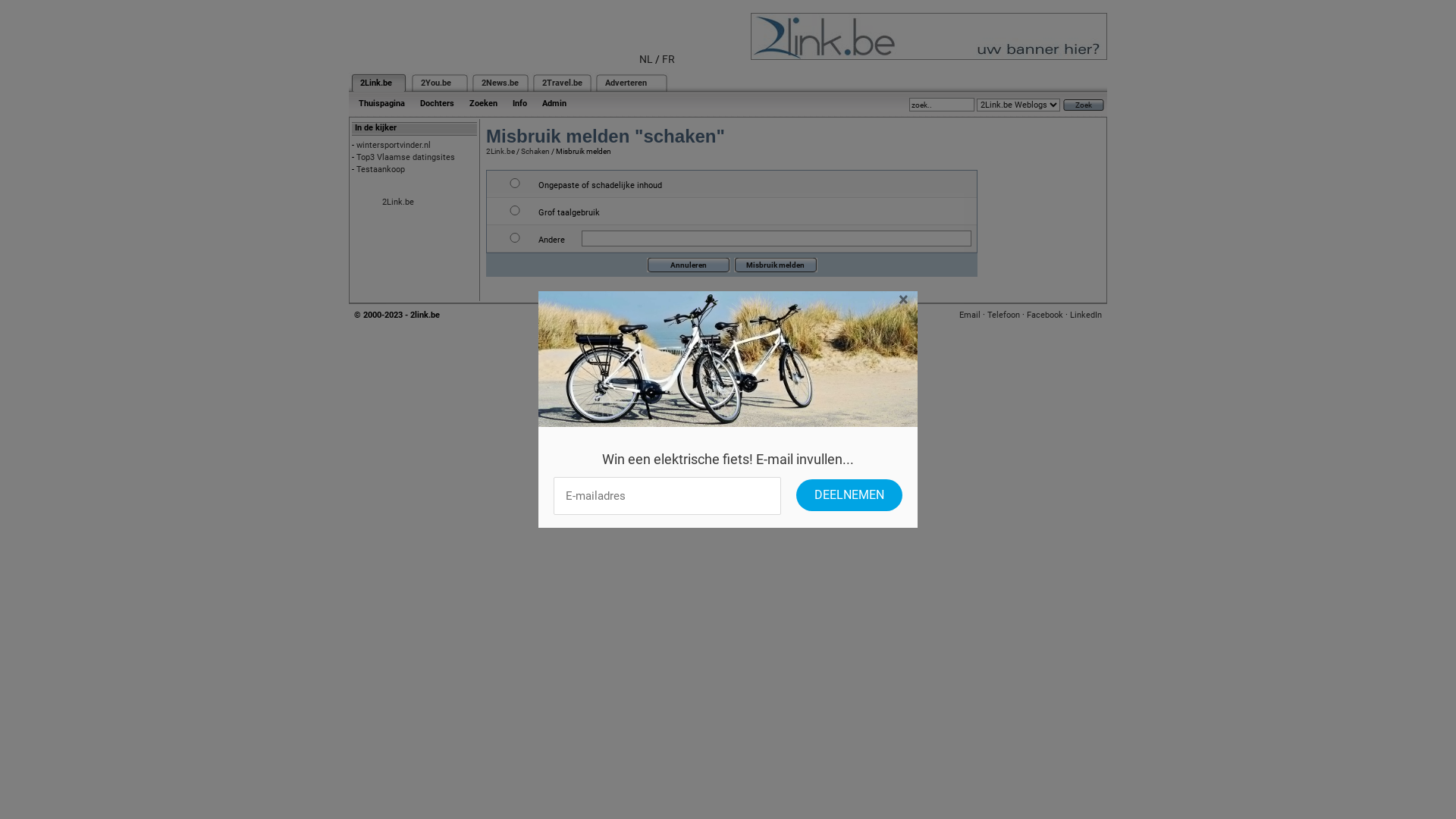 The width and height of the screenshot is (1456, 819). What do you see at coordinates (381, 102) in the screenshot?
I see `'Thuispagina'` at bounding box center [381, 102].